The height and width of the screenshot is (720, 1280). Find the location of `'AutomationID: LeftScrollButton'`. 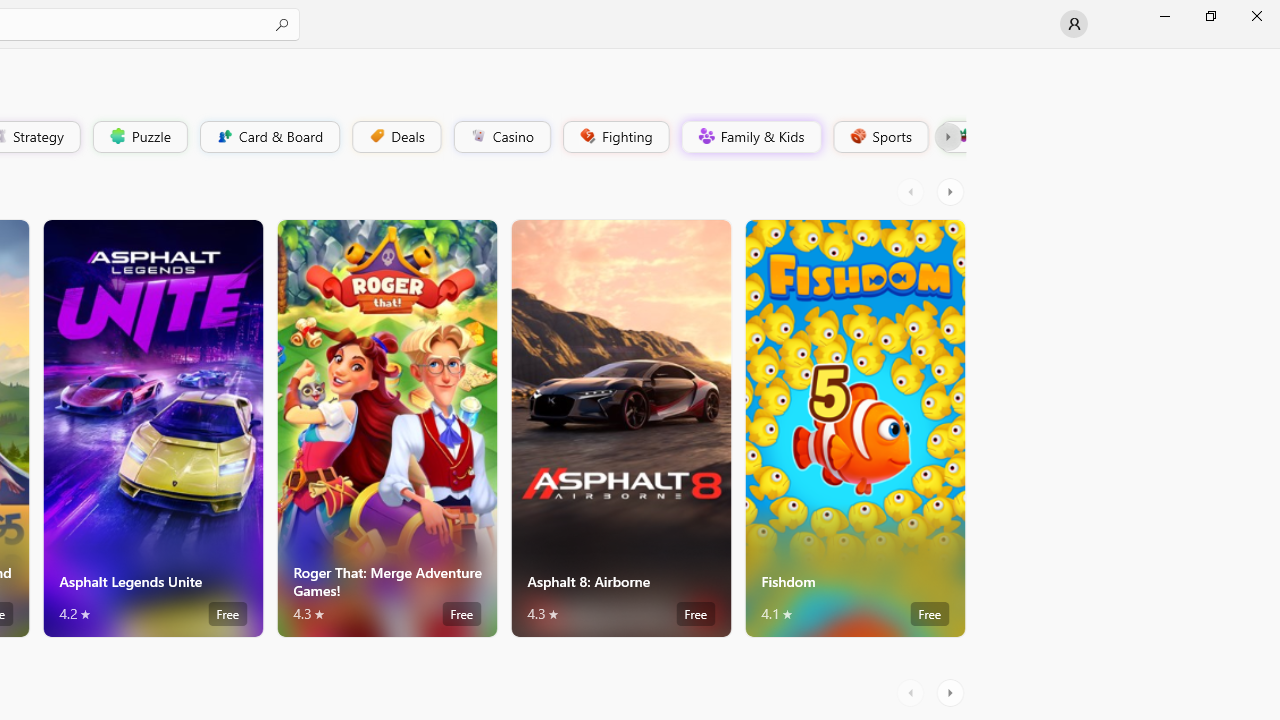

'AutomationID: LeftScrollButton' is located at coordinates (912, 692).